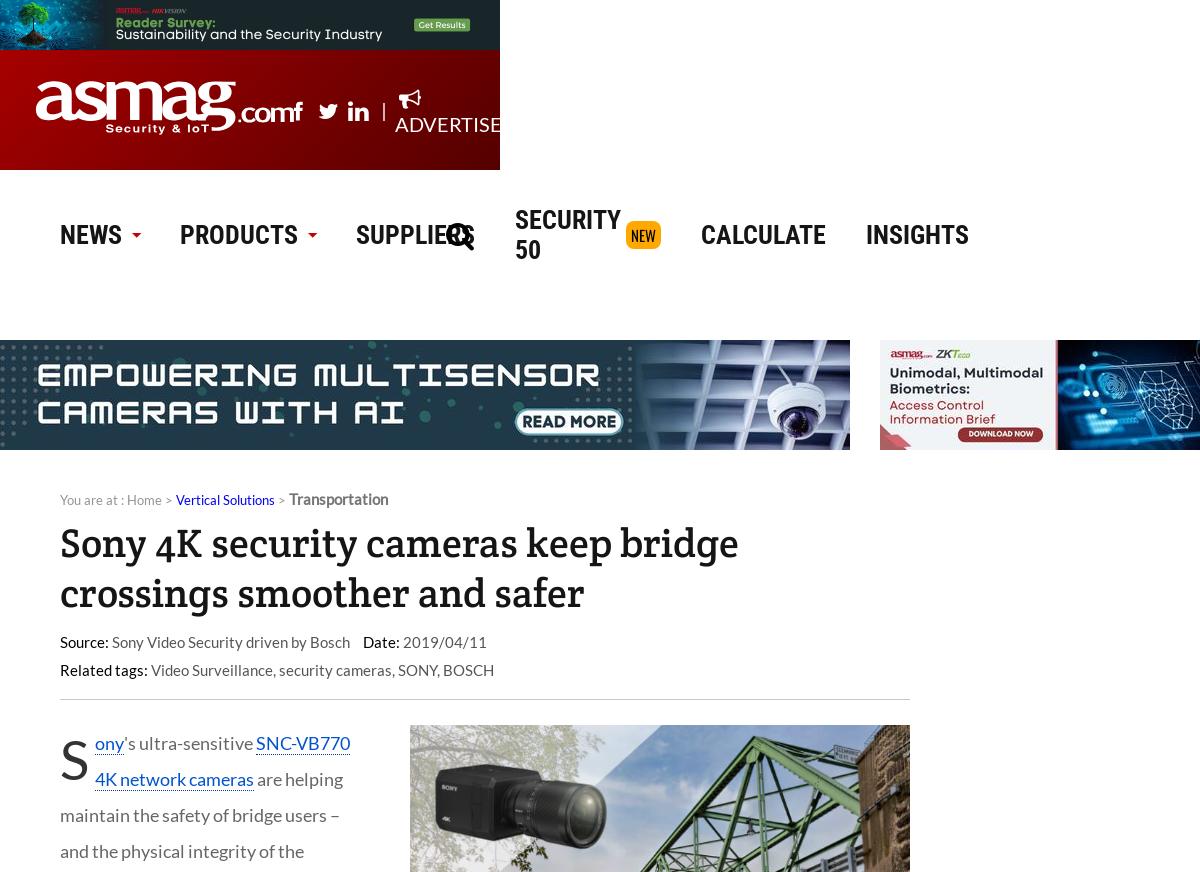 The width and height of the screenshot is (1200, 872). Describe the element at coordinates (278, 668) in the screenshot. I see `'security cameras'` at that location.